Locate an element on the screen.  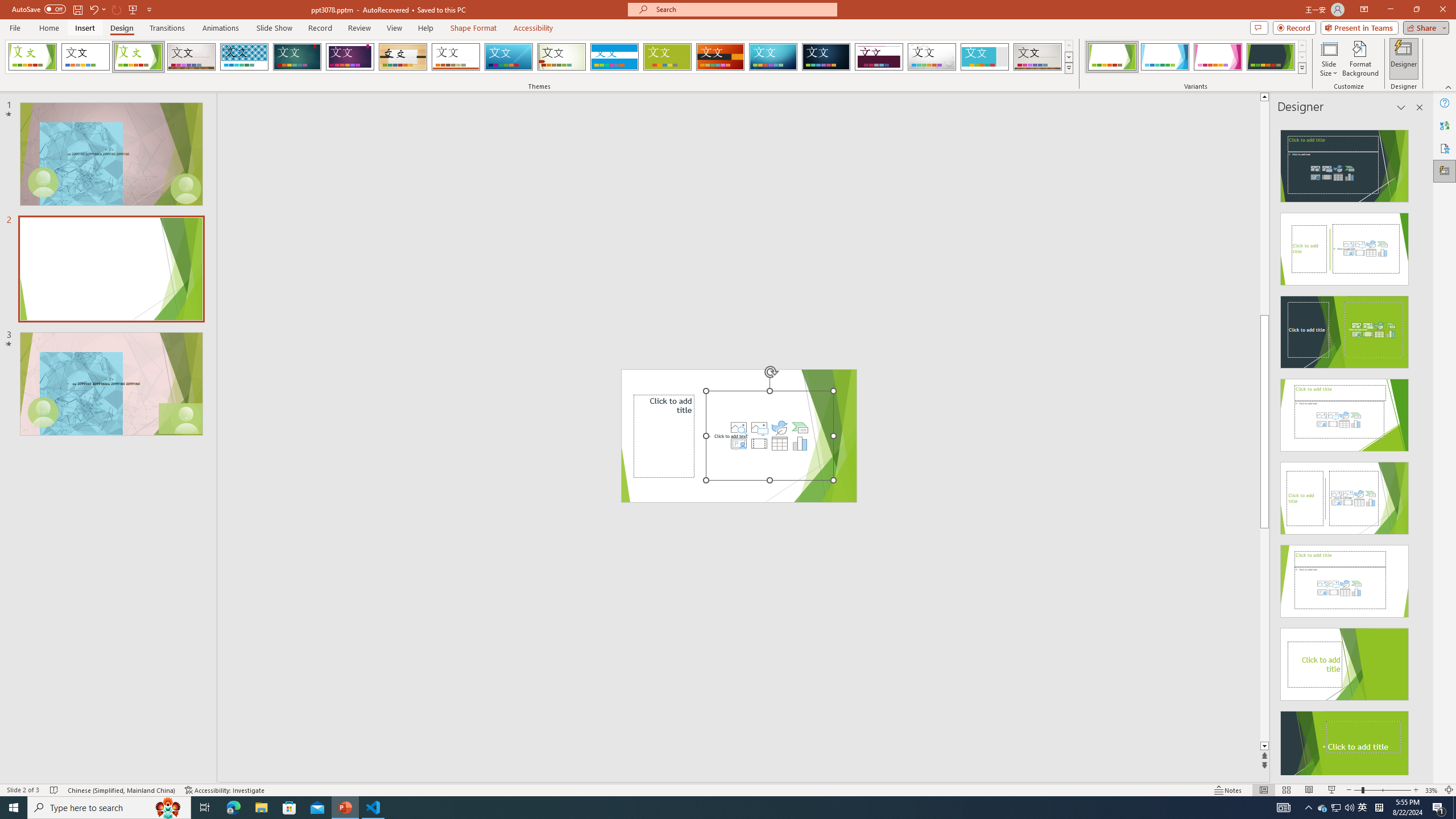
'Basis' is located at coordinates (667, 56).